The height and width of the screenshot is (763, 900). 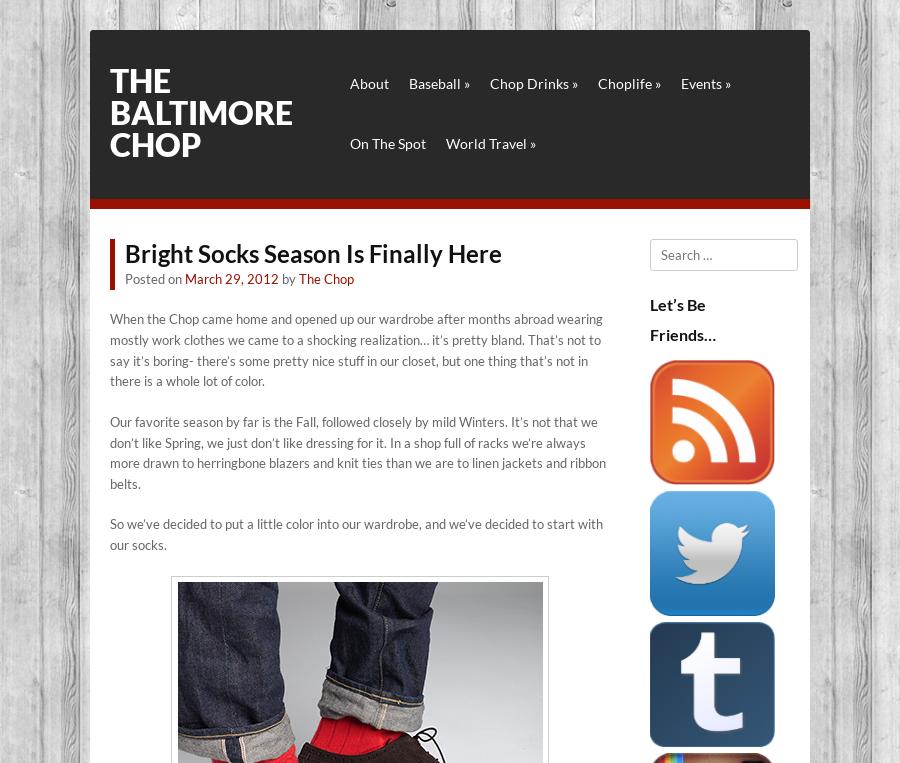 What do you see at coordinates (669, 246) in the screenshot?
I see `'Search'` at bounding box center [669, 246].